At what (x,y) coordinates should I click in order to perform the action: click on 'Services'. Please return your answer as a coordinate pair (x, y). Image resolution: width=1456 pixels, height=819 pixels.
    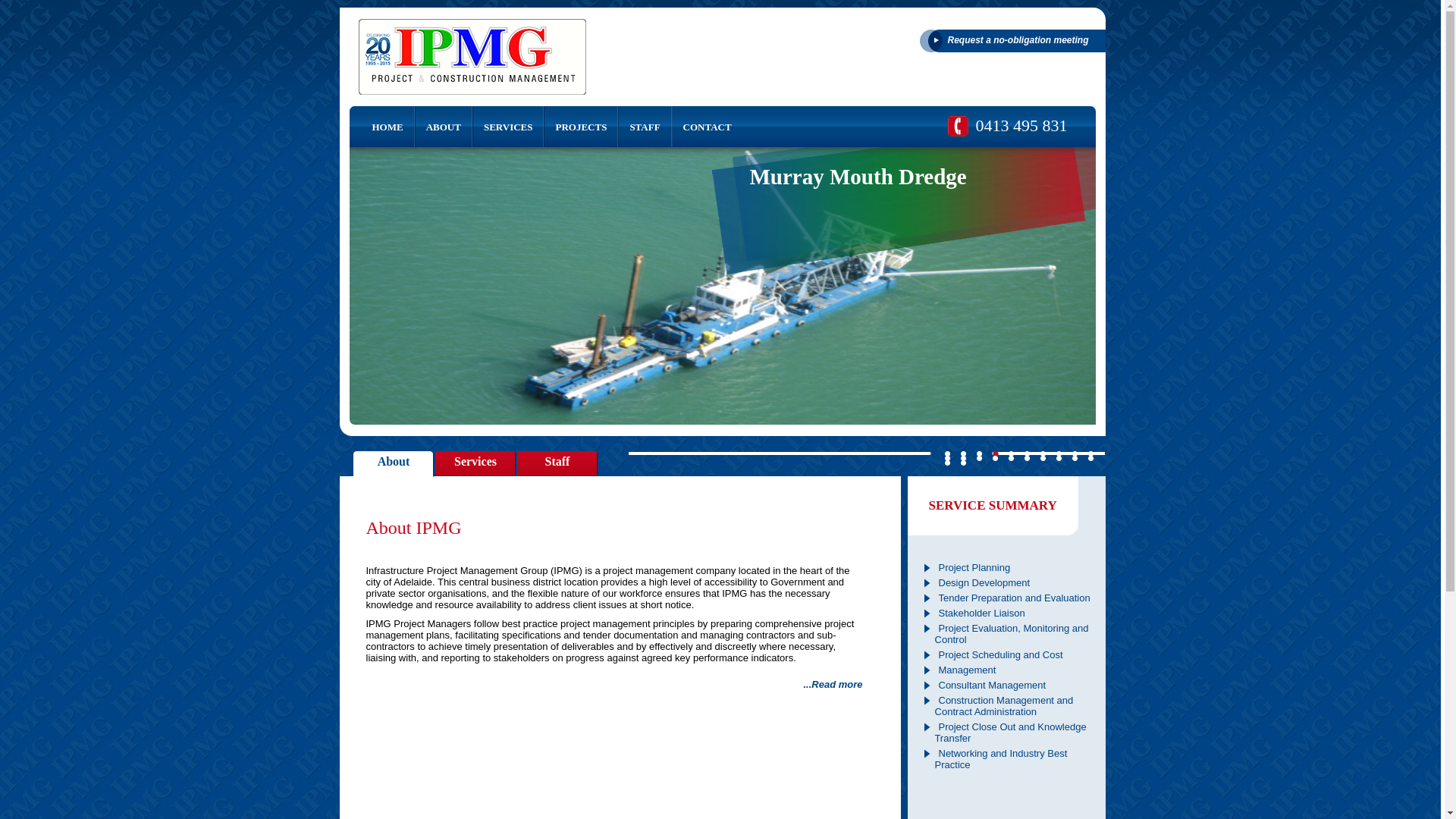
    Looking at the image, I should click on (475, 463).